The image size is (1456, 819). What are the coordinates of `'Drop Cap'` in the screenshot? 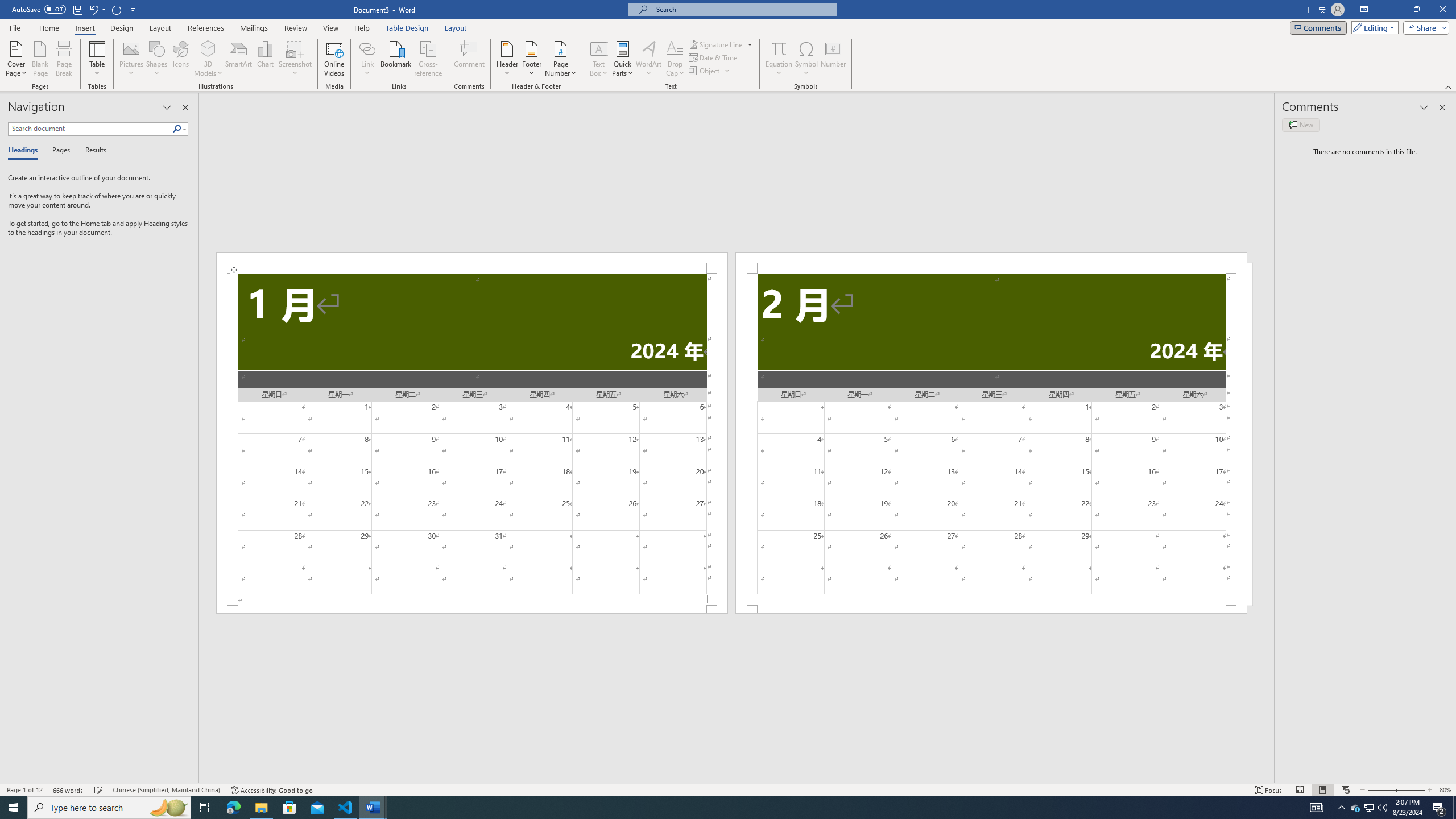 It's located at (675, 59).